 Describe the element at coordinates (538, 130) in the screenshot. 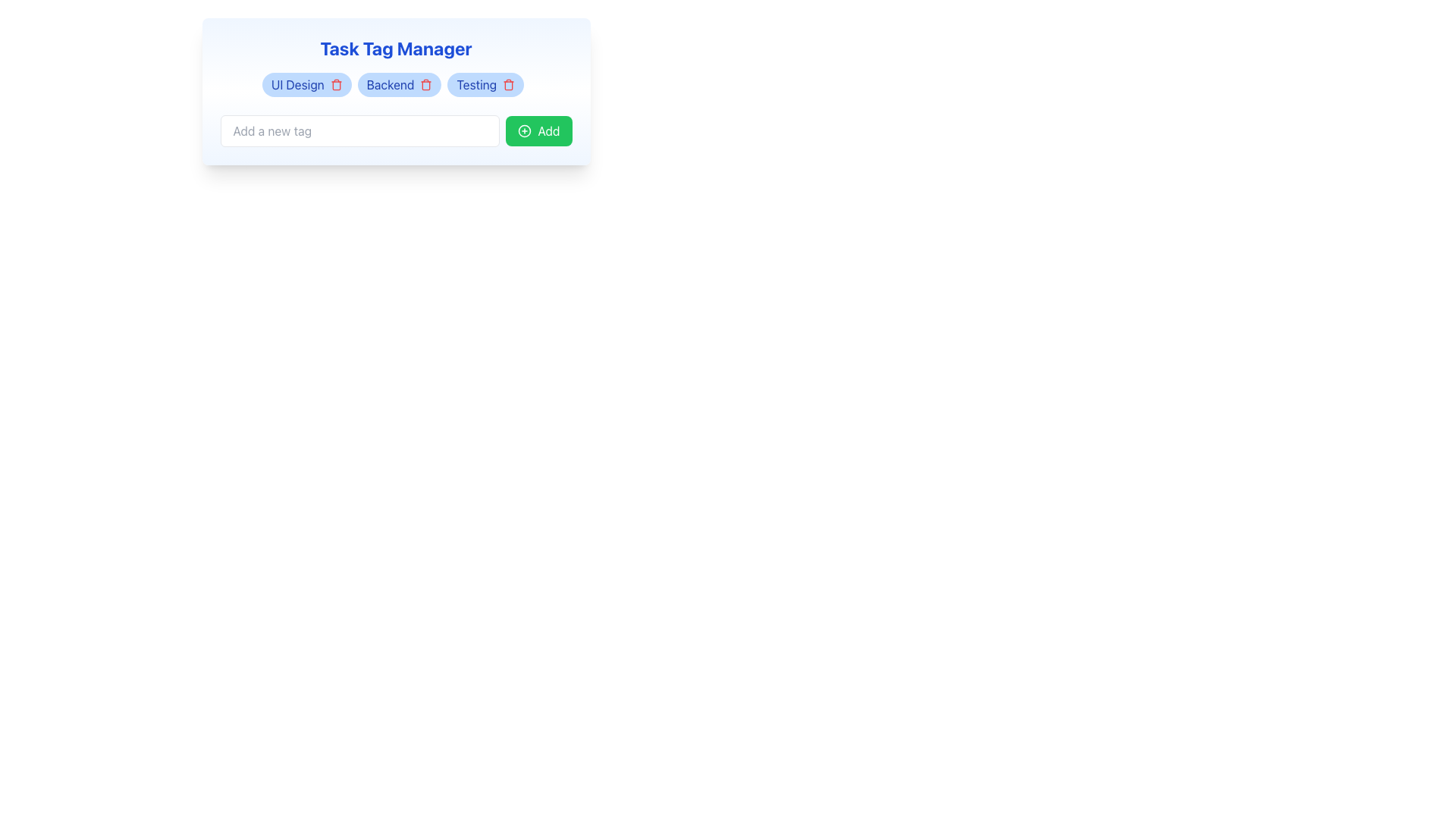

I see `the green button with rounded corners labeled 'Add', which shows a plus sign icon` at that location.